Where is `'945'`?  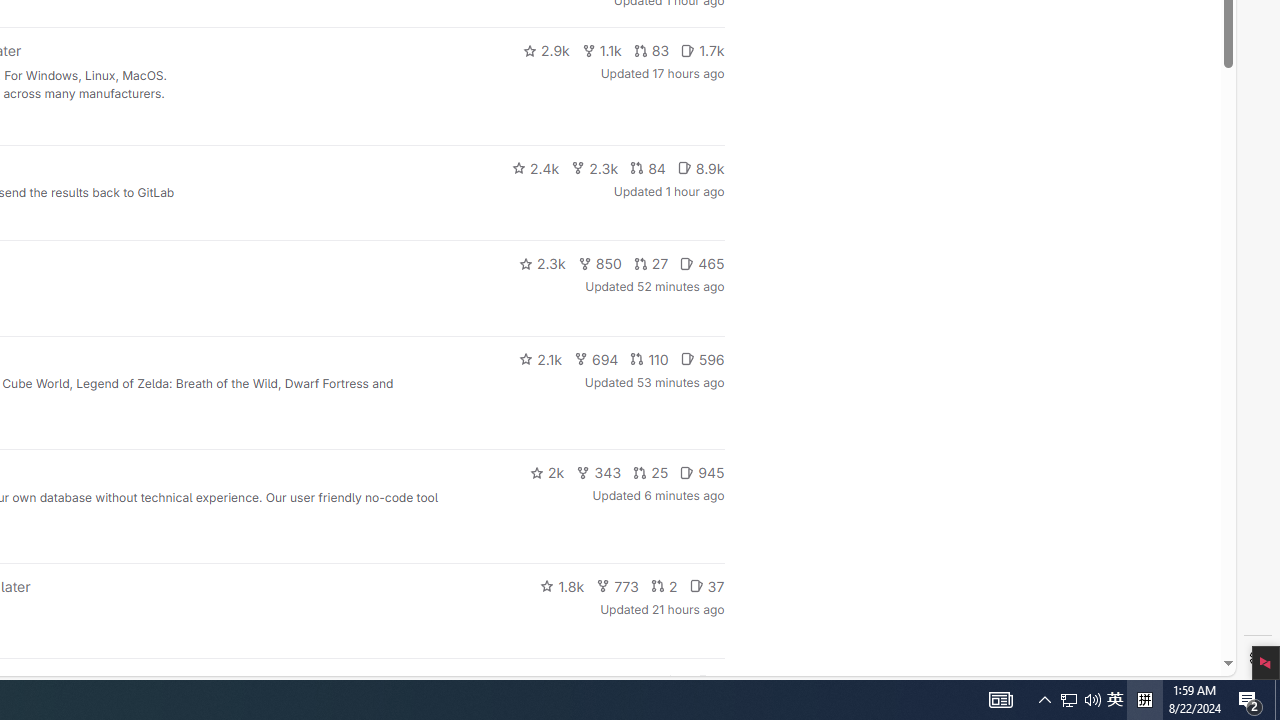 '945' is located at coordinates (702, 473).